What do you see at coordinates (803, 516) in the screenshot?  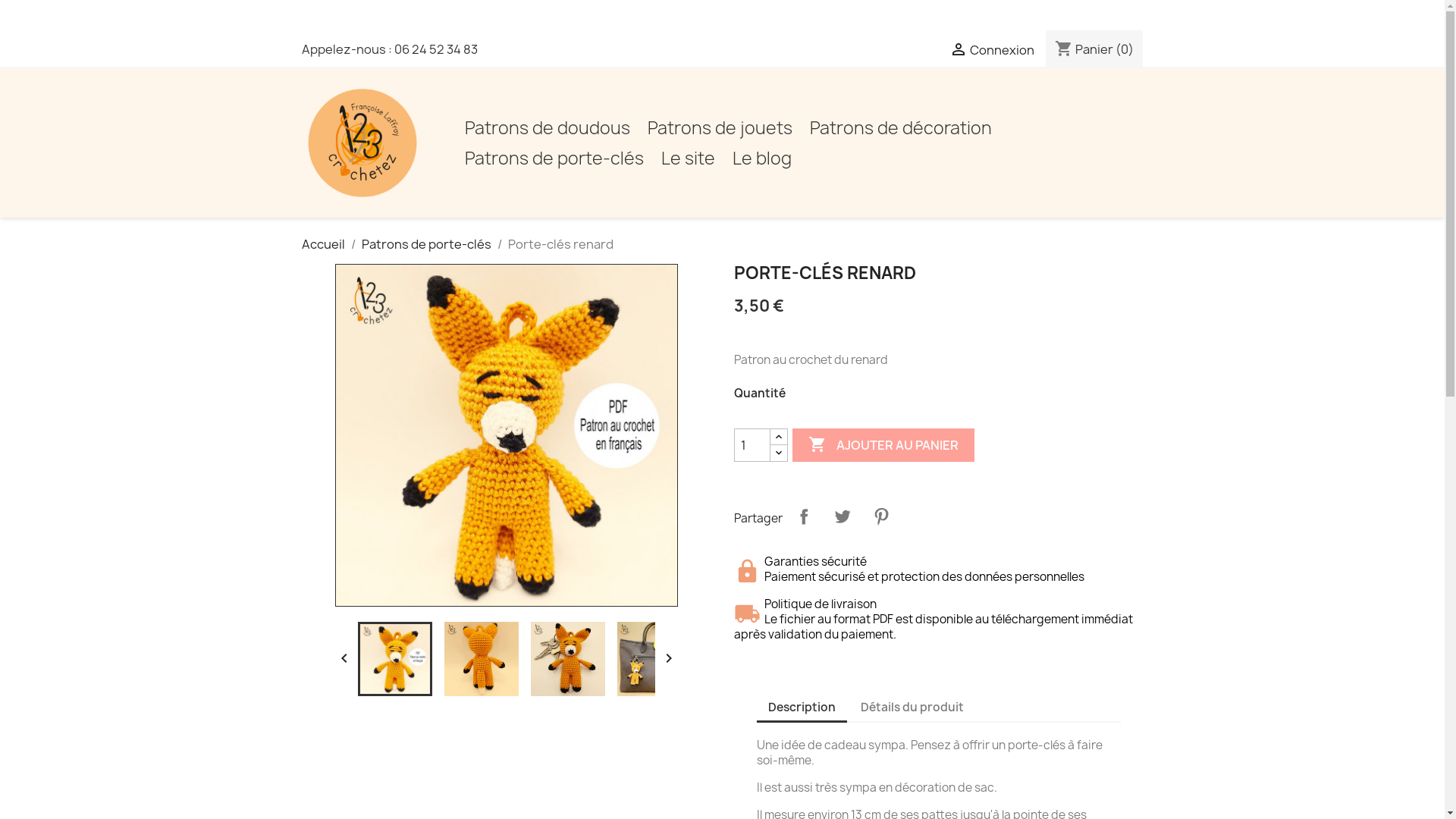 I see `'Partager'` at bounding box center [803, 516].